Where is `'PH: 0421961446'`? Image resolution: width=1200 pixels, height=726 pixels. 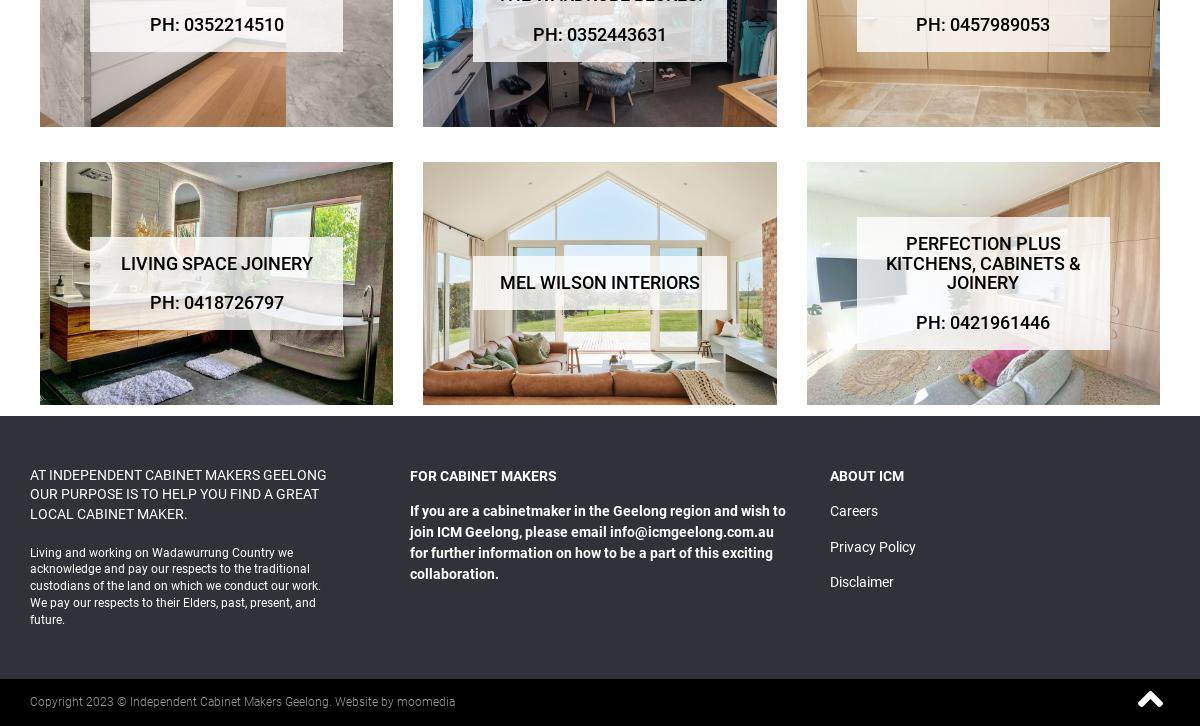
'PH: 0421961446' is located at coordinates (983, 321).